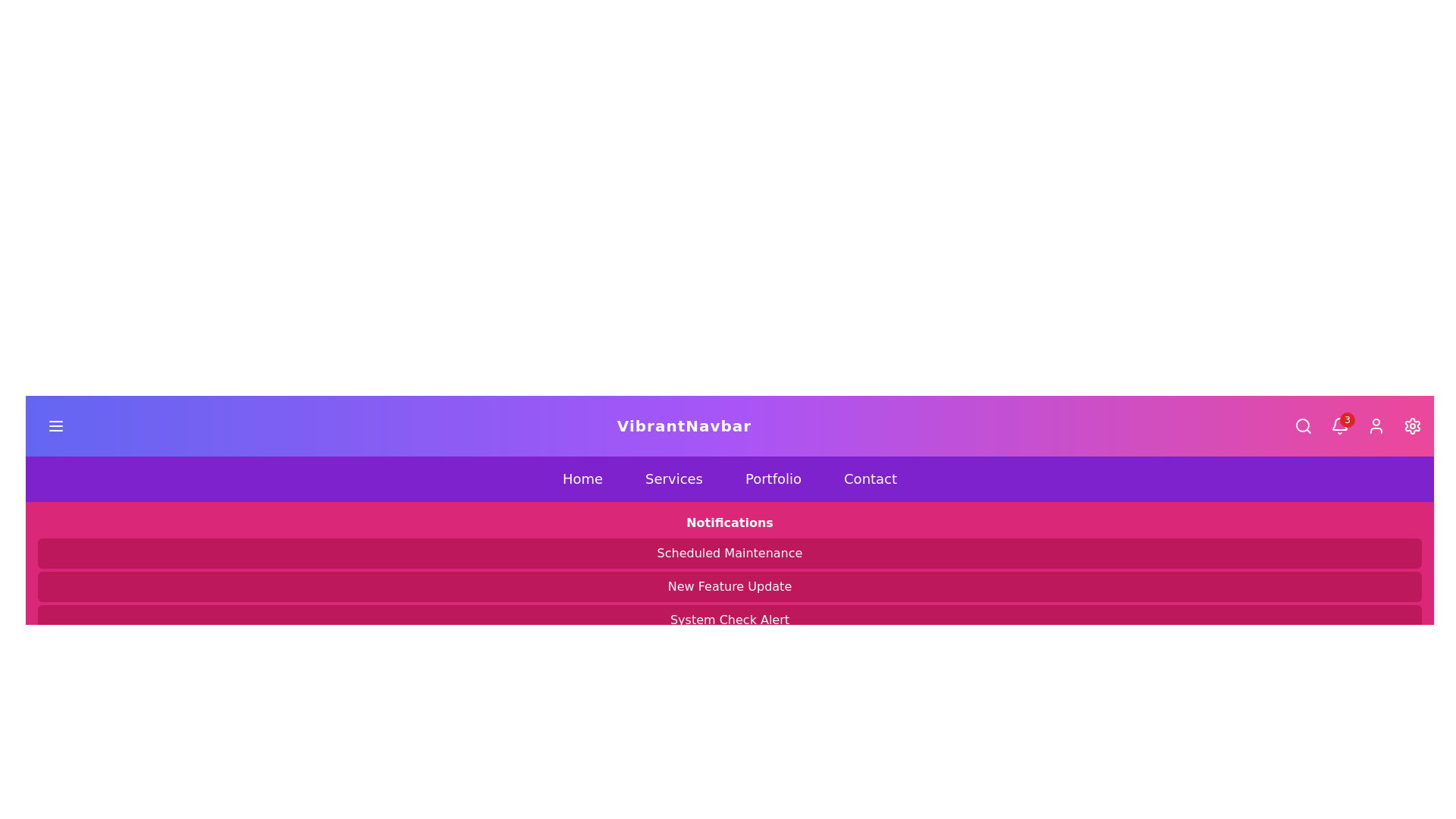 The width and height of the screenshot is (1456, 819). Describe the element at coordinates (1376, 426) in the screenshot. I see `the user icon in the navigation bar, which resembles a simplified human silhouette` at that location.